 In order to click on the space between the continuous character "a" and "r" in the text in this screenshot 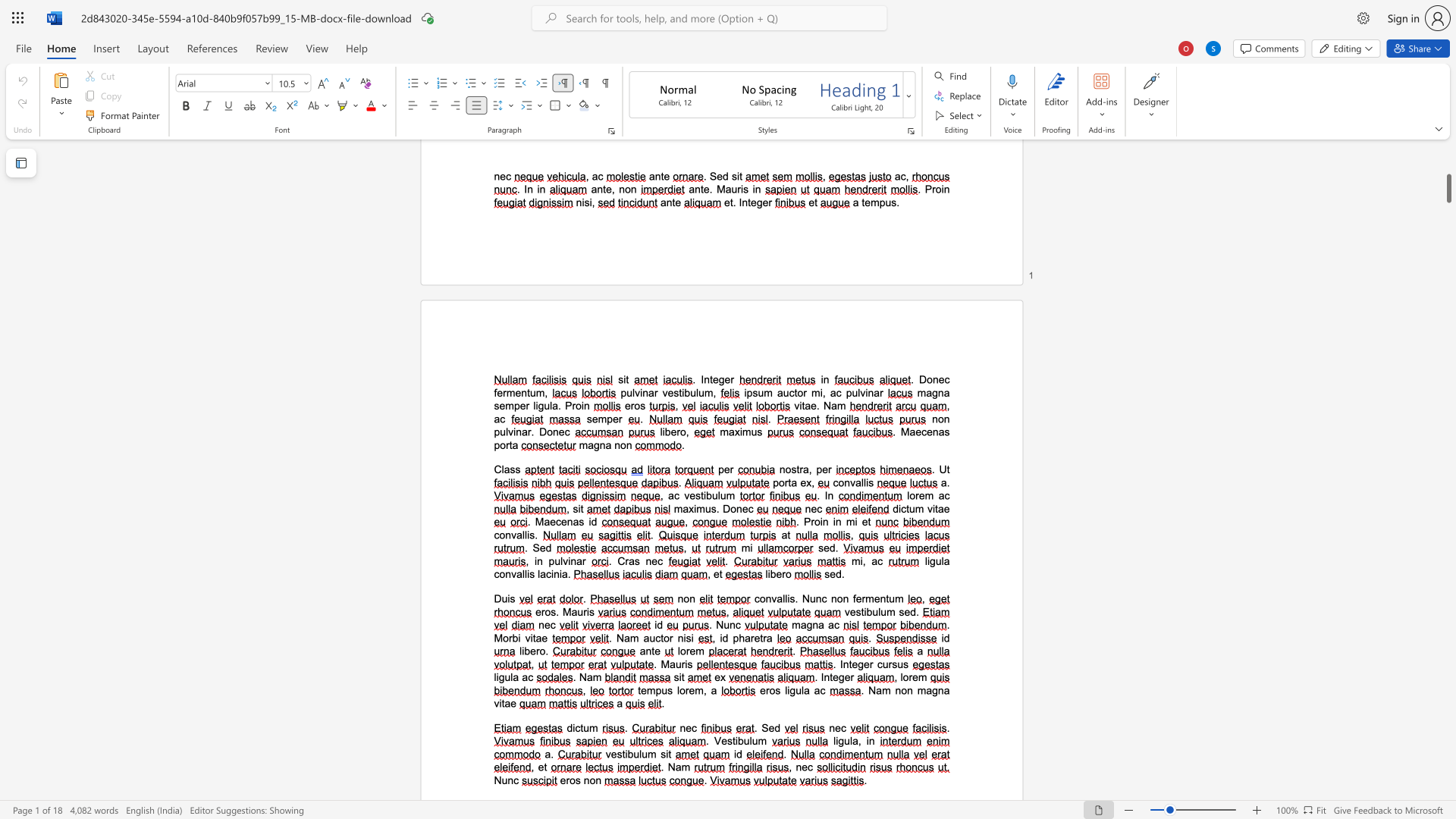, I will do `click(581, 561)`.